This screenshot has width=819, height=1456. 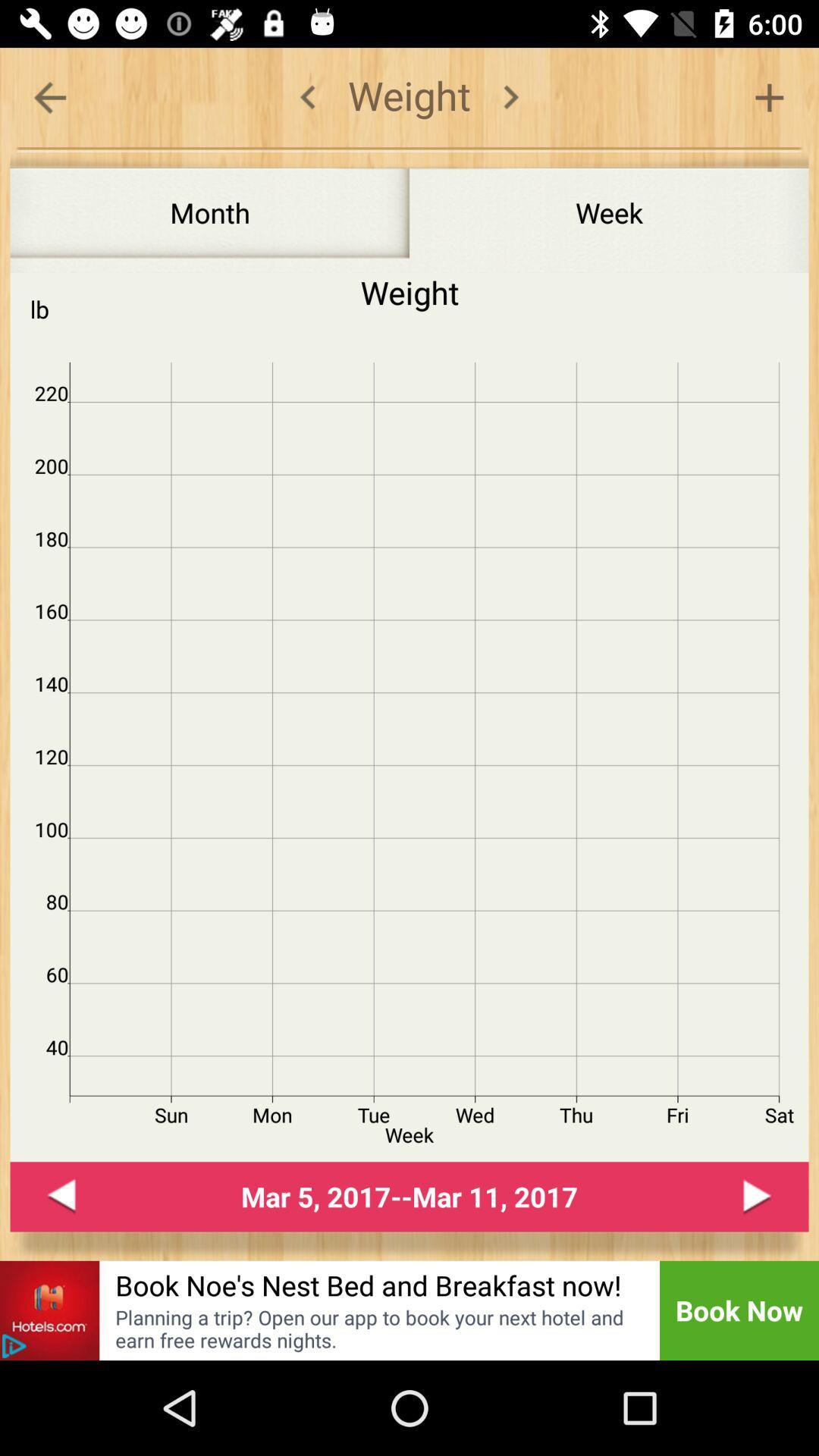 I want to click on advertisement page, so click(x=14, y=1346).